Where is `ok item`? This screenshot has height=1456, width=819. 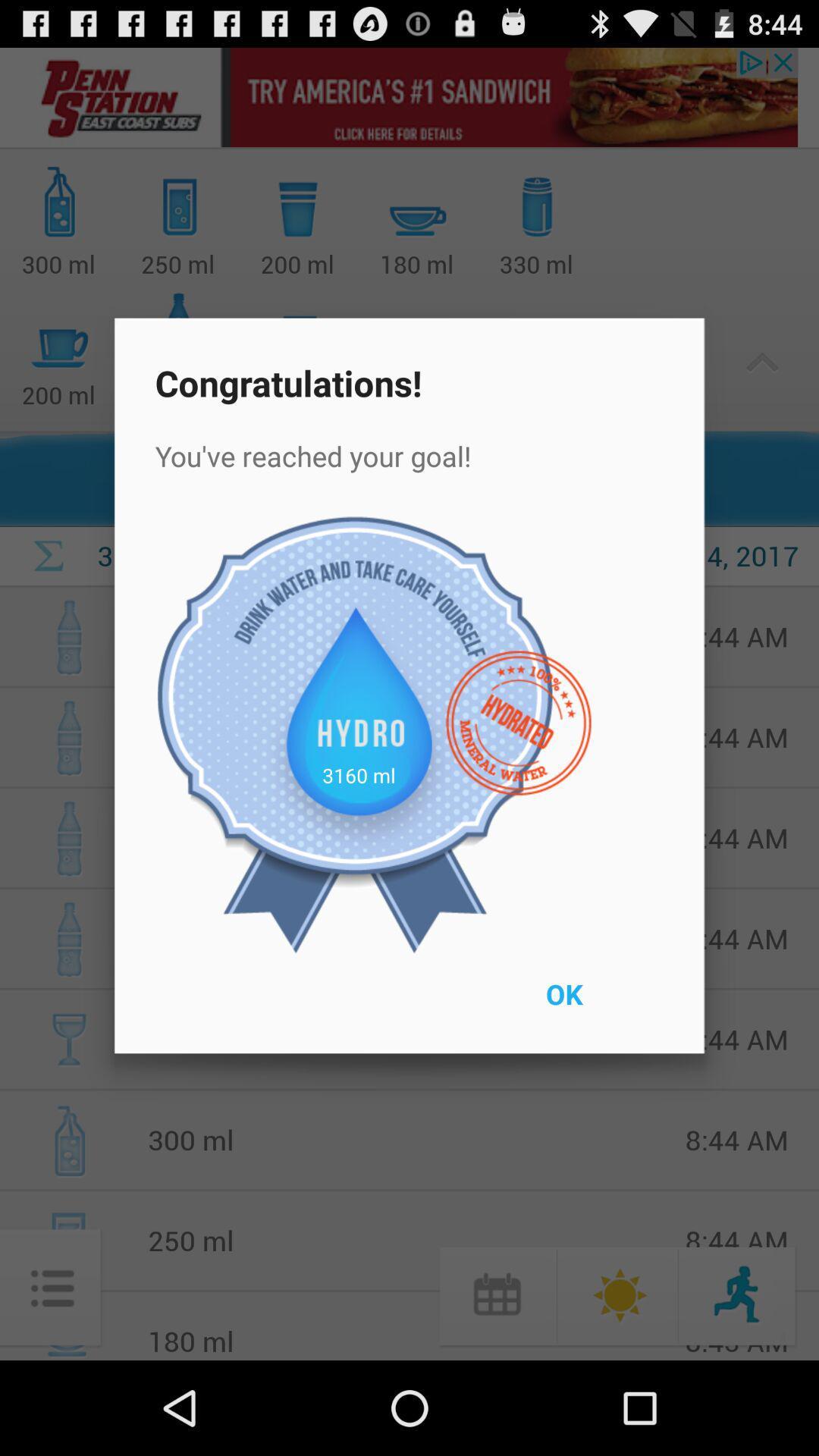
ok item is located at coordinates (598, 1004).